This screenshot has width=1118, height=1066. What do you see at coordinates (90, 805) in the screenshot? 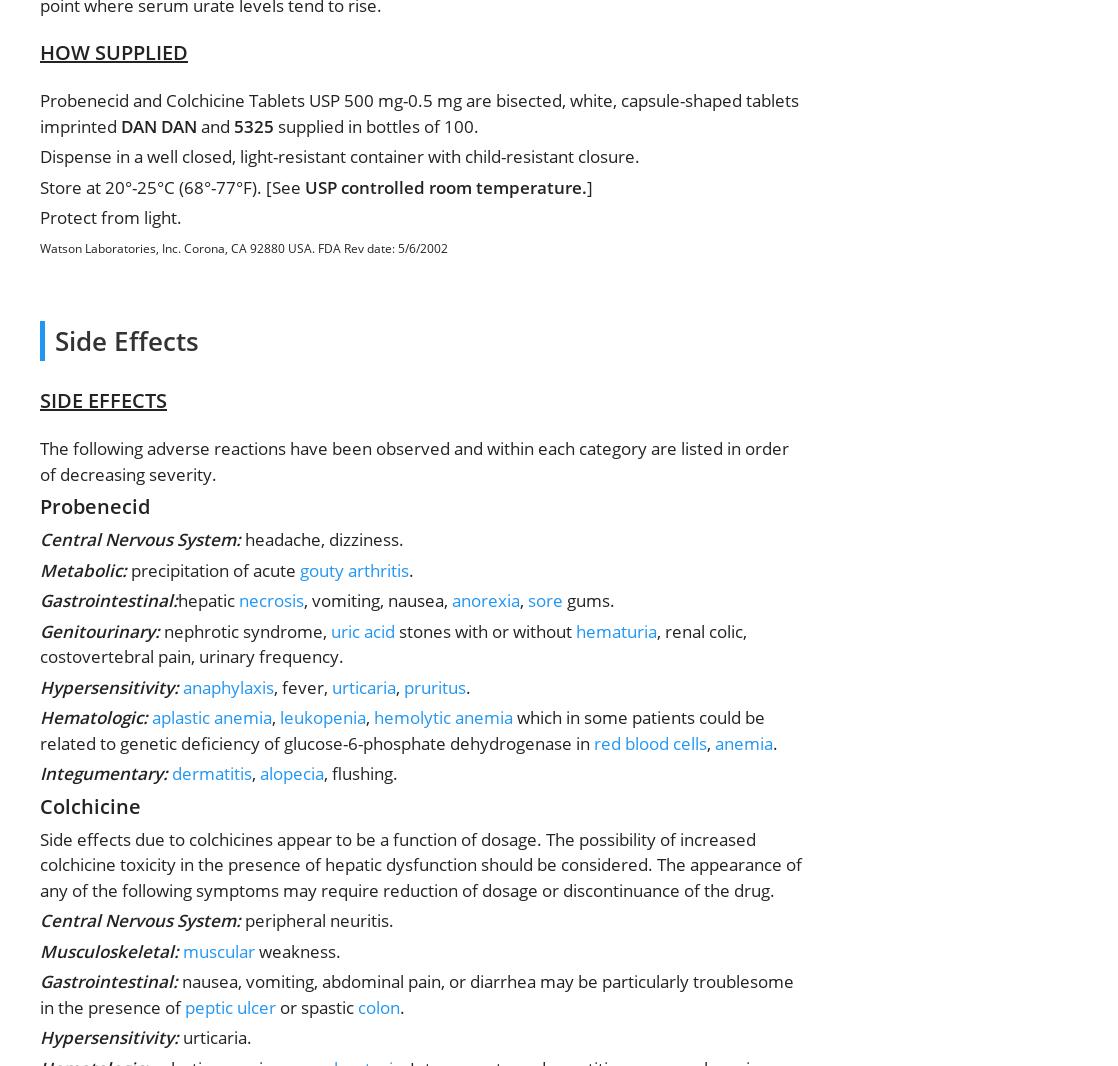
I see `'Colchicine'` at bounding box center [90, 805].